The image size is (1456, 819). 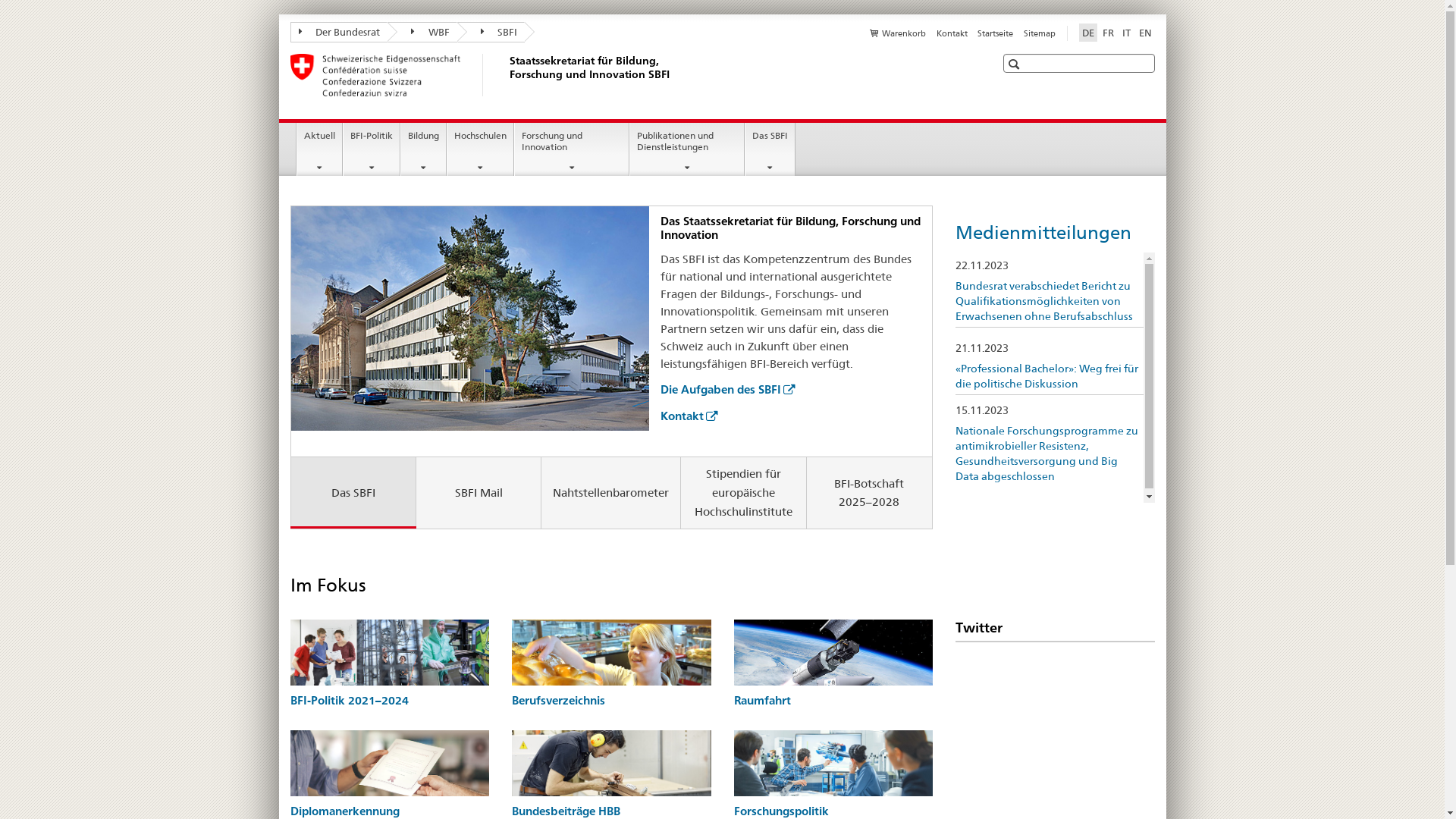 What do you see at coordinates (935, 33) in the screenshot?
I see `'Kontakt'` at bounding box center [935, 33].